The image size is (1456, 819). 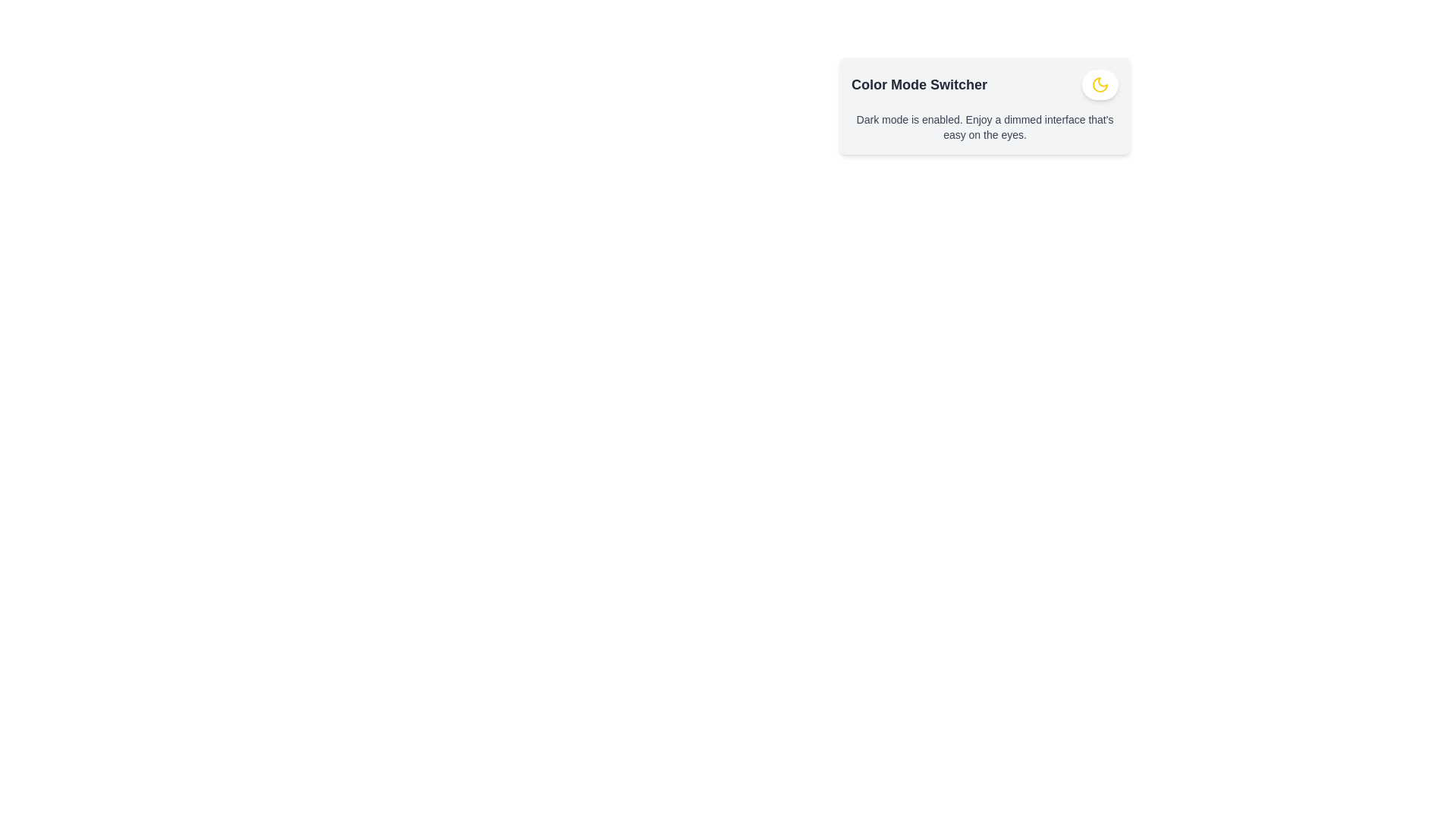 What do you see at coordinates (1100, 84) in the screenshot?
I see `the yellow crescent moon icon located in the upper-right corner of the 'Color Mode Switcher' panel` at bounding box center [1100, 84].